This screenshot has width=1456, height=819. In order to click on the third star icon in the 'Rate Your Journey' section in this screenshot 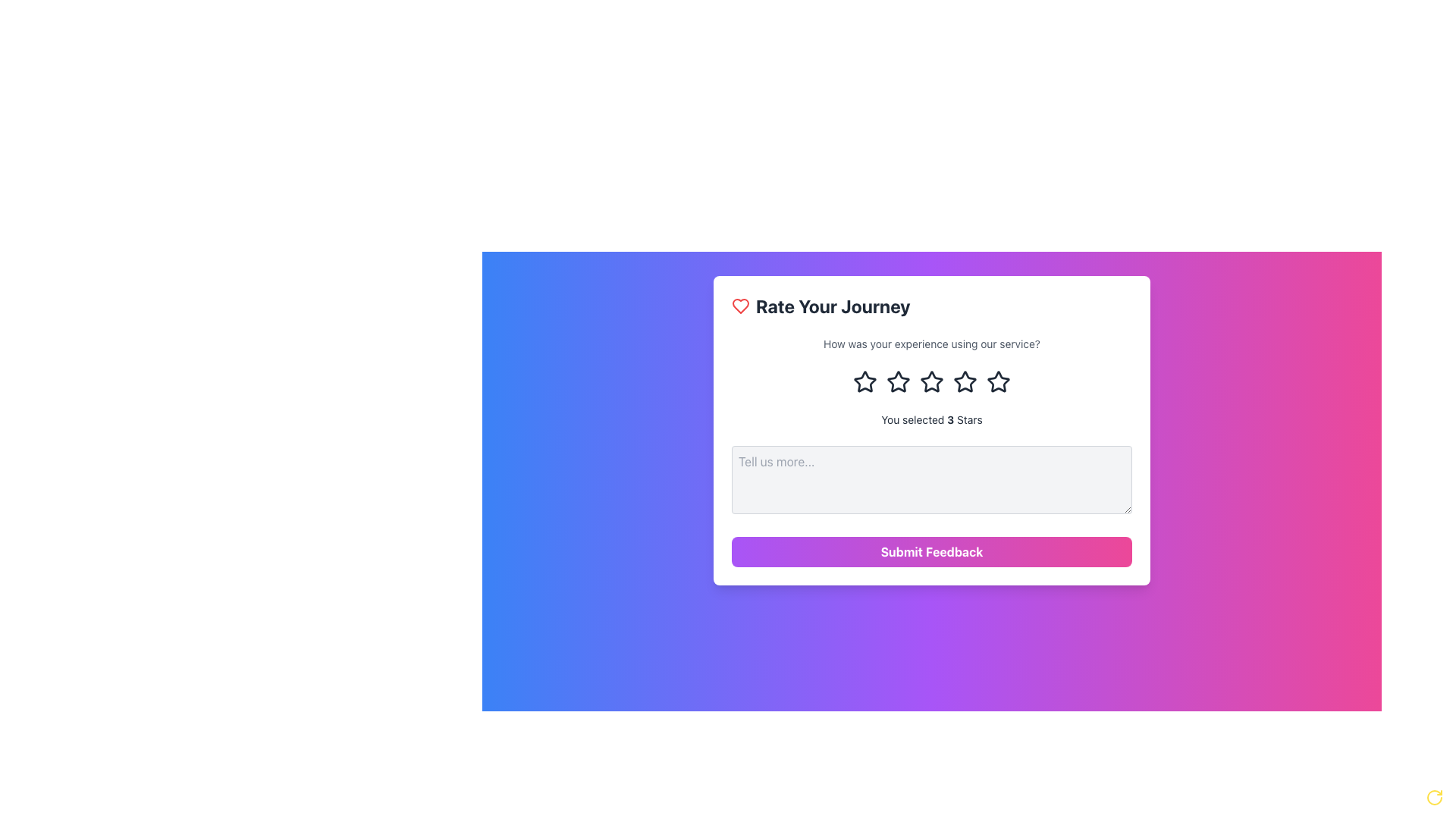, I will do `click(899, 381)`.